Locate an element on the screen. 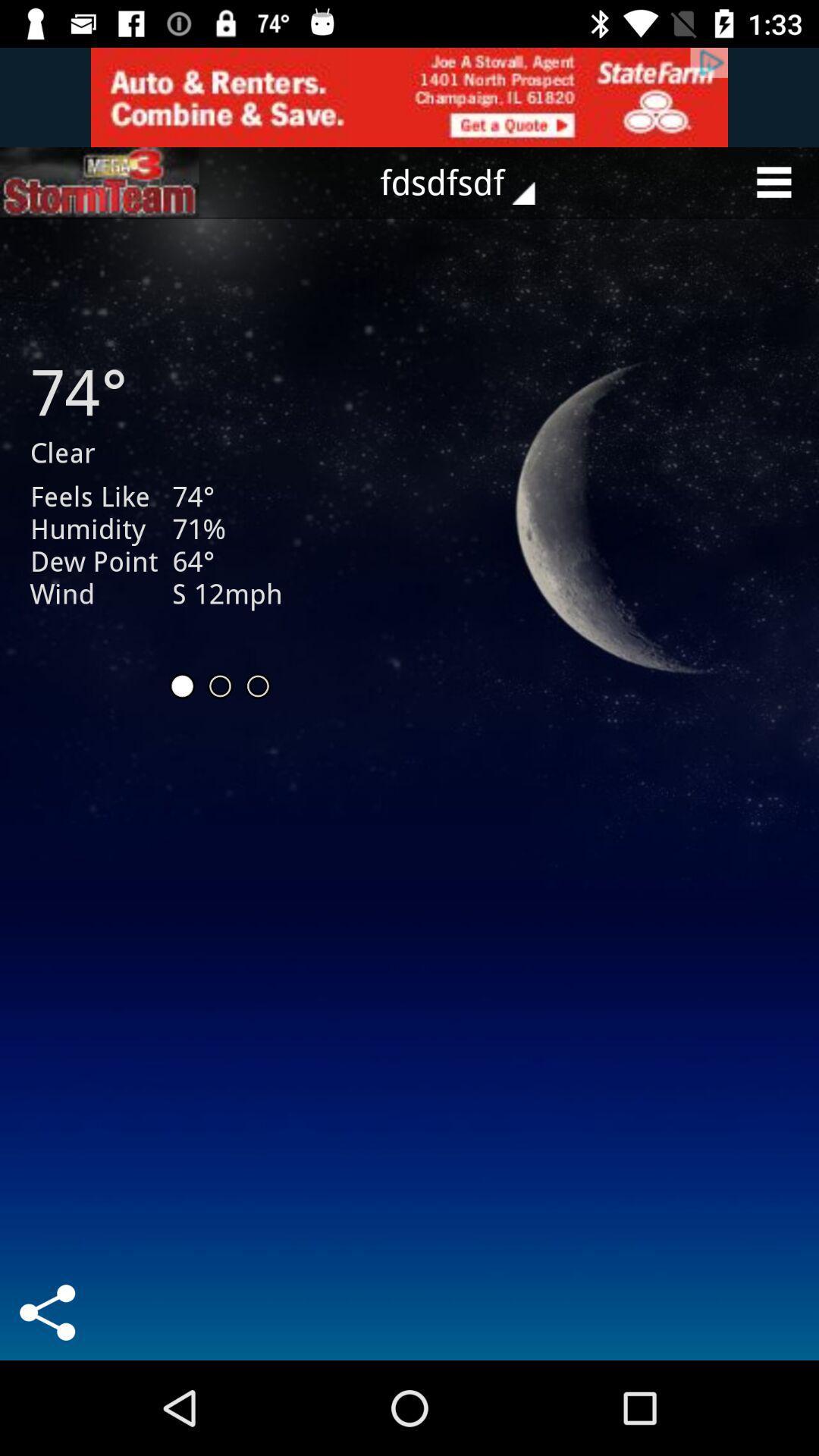  advertisement is located at coordinates (409, 96).